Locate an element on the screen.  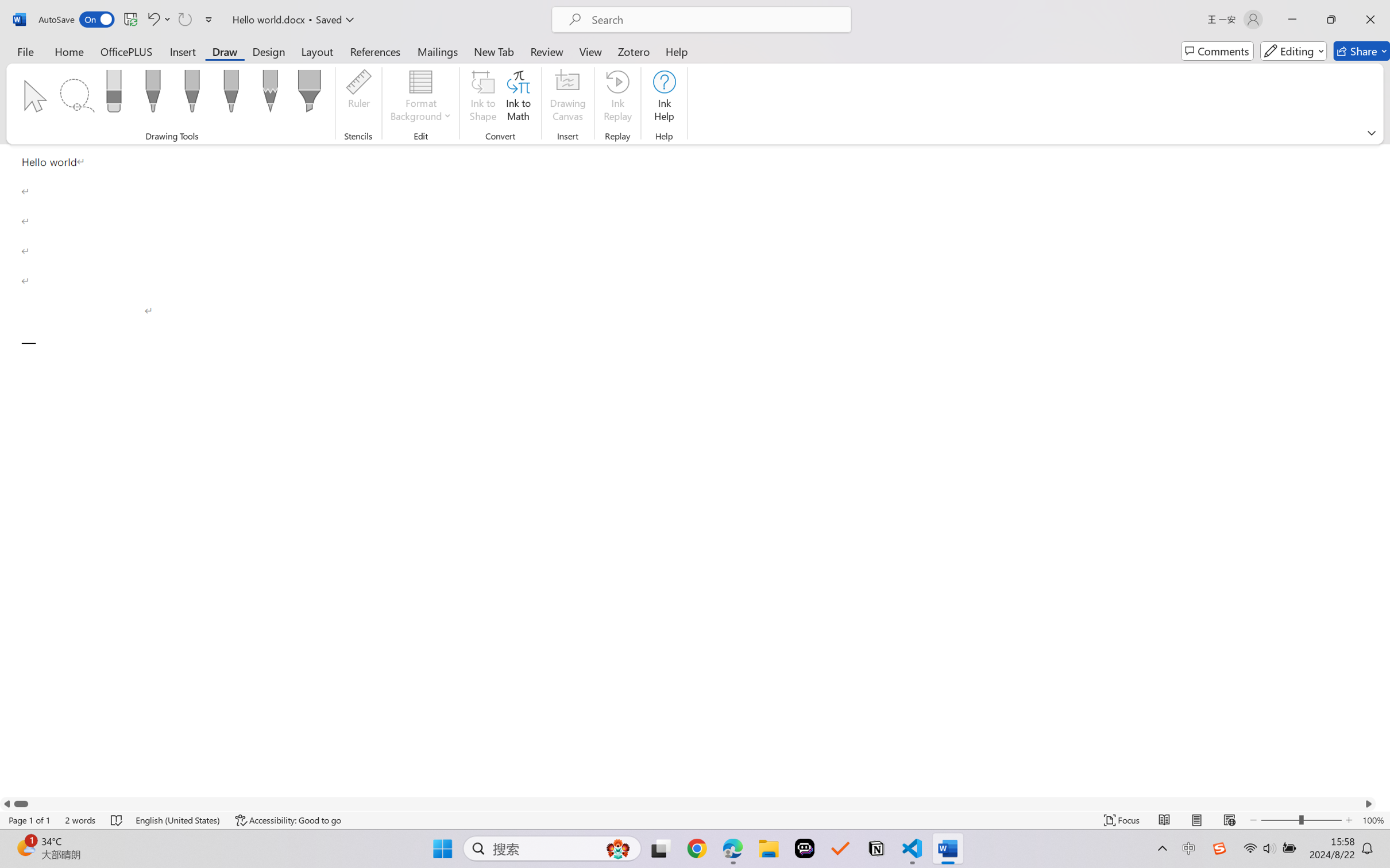
'Pen: Black, 0.5 mm' is located at coordinates (152, 94).